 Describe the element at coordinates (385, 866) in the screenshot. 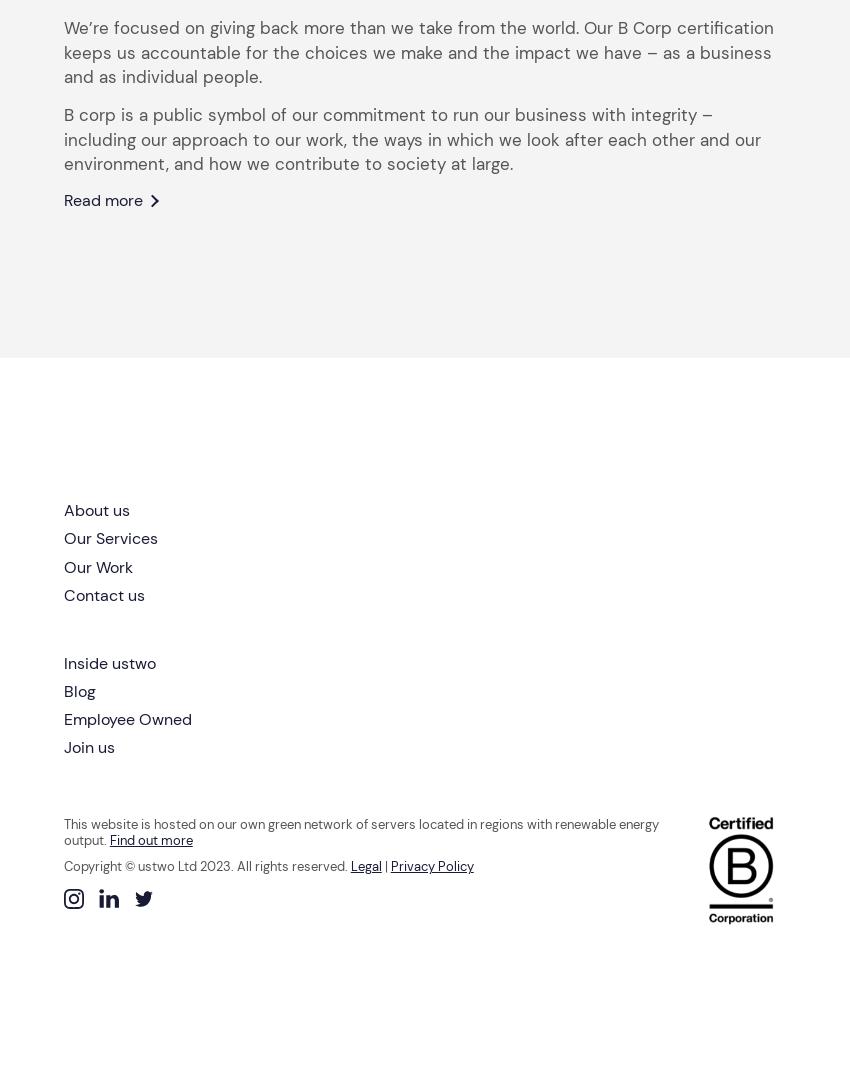

I see `'|'` at that location.